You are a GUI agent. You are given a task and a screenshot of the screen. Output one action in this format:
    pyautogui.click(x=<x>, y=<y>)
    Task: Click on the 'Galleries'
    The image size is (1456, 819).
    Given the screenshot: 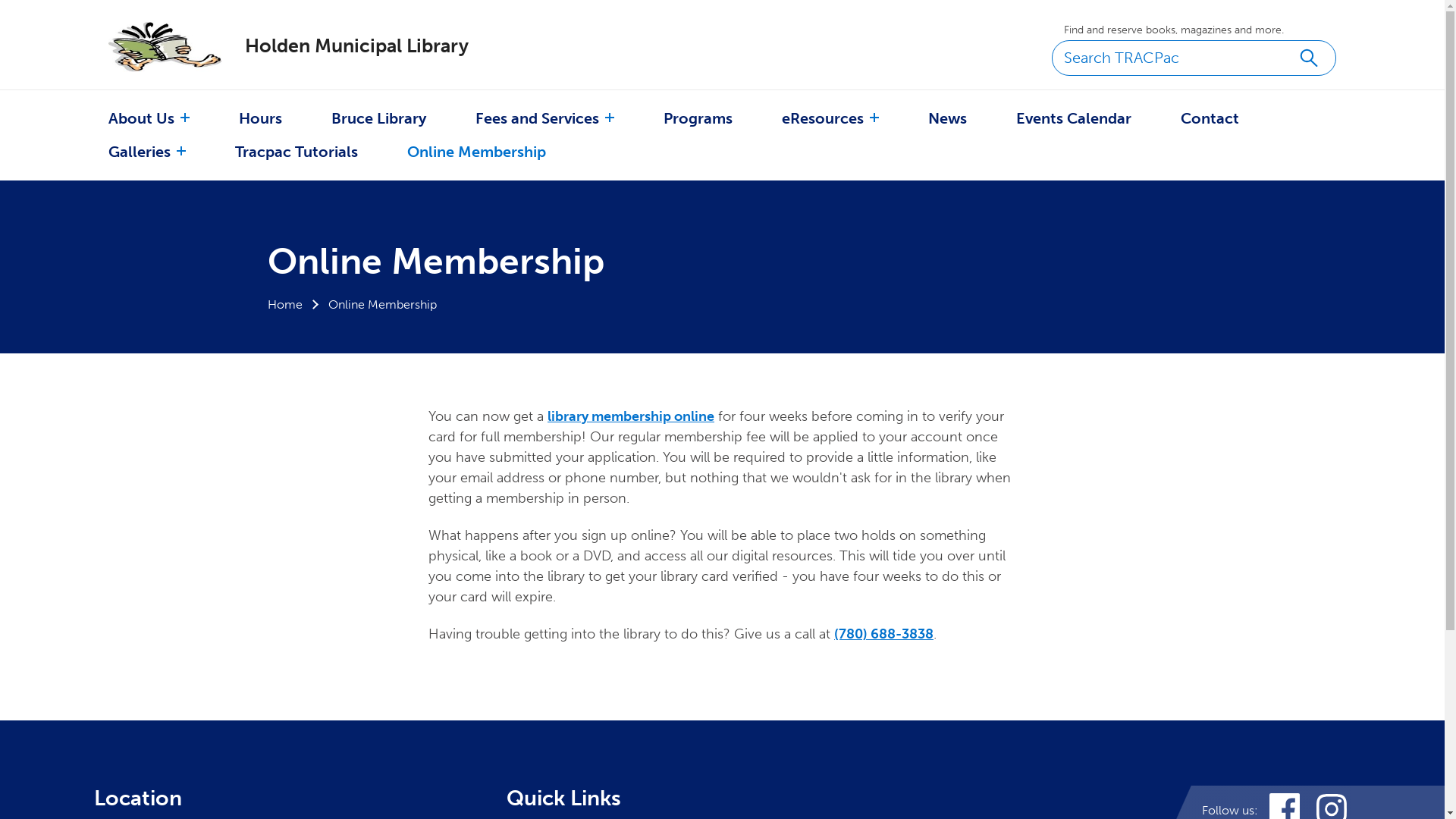 What is the action you would take?
    pyautogui.click(x=139, y=152)
    